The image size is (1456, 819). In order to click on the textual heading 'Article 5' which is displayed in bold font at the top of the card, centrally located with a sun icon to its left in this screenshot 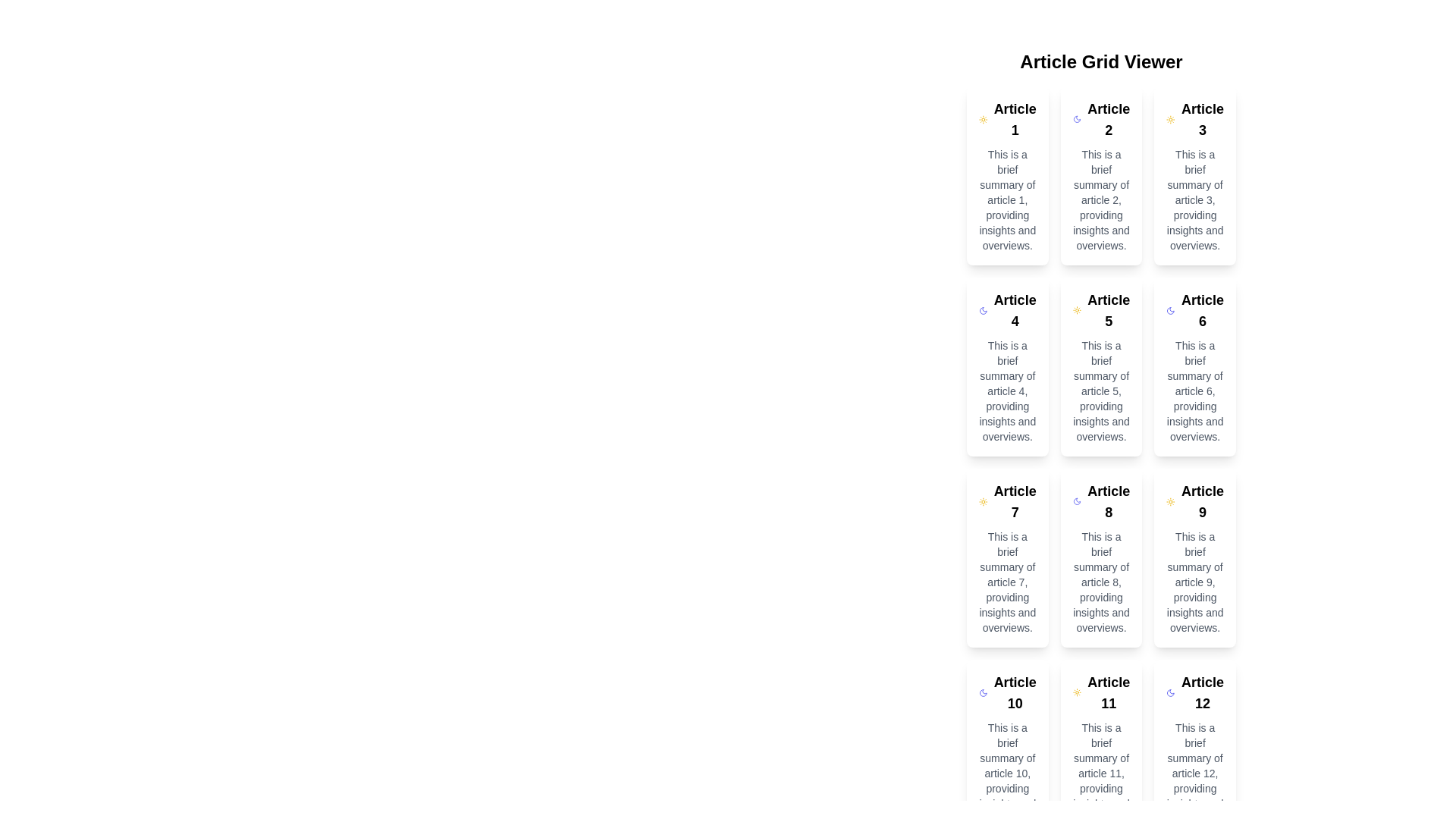, I will do `click(1101, 309)`.